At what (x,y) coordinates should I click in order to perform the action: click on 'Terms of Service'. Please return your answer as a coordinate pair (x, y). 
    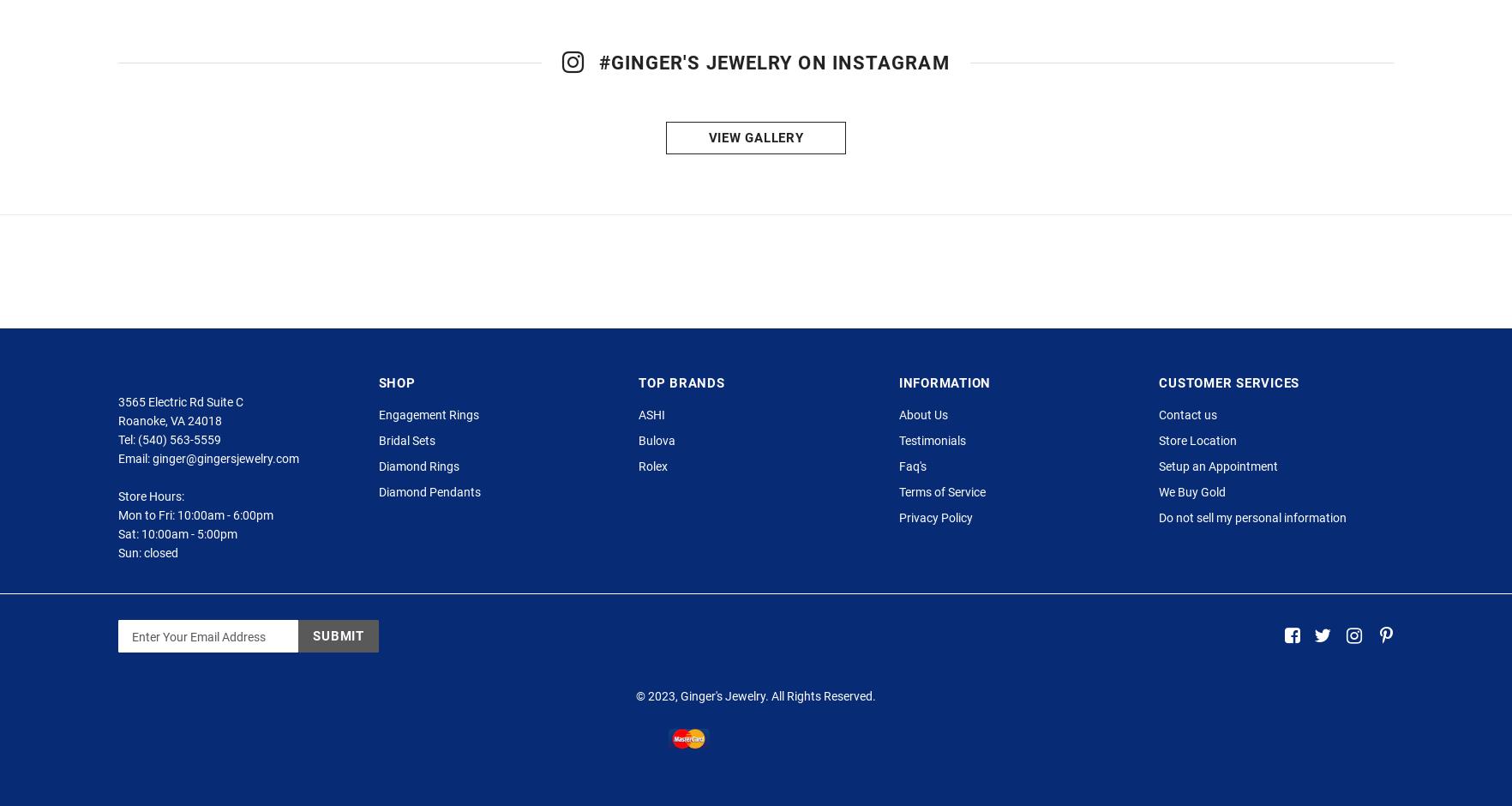
    Looking at the image, I should click on (941, 526).